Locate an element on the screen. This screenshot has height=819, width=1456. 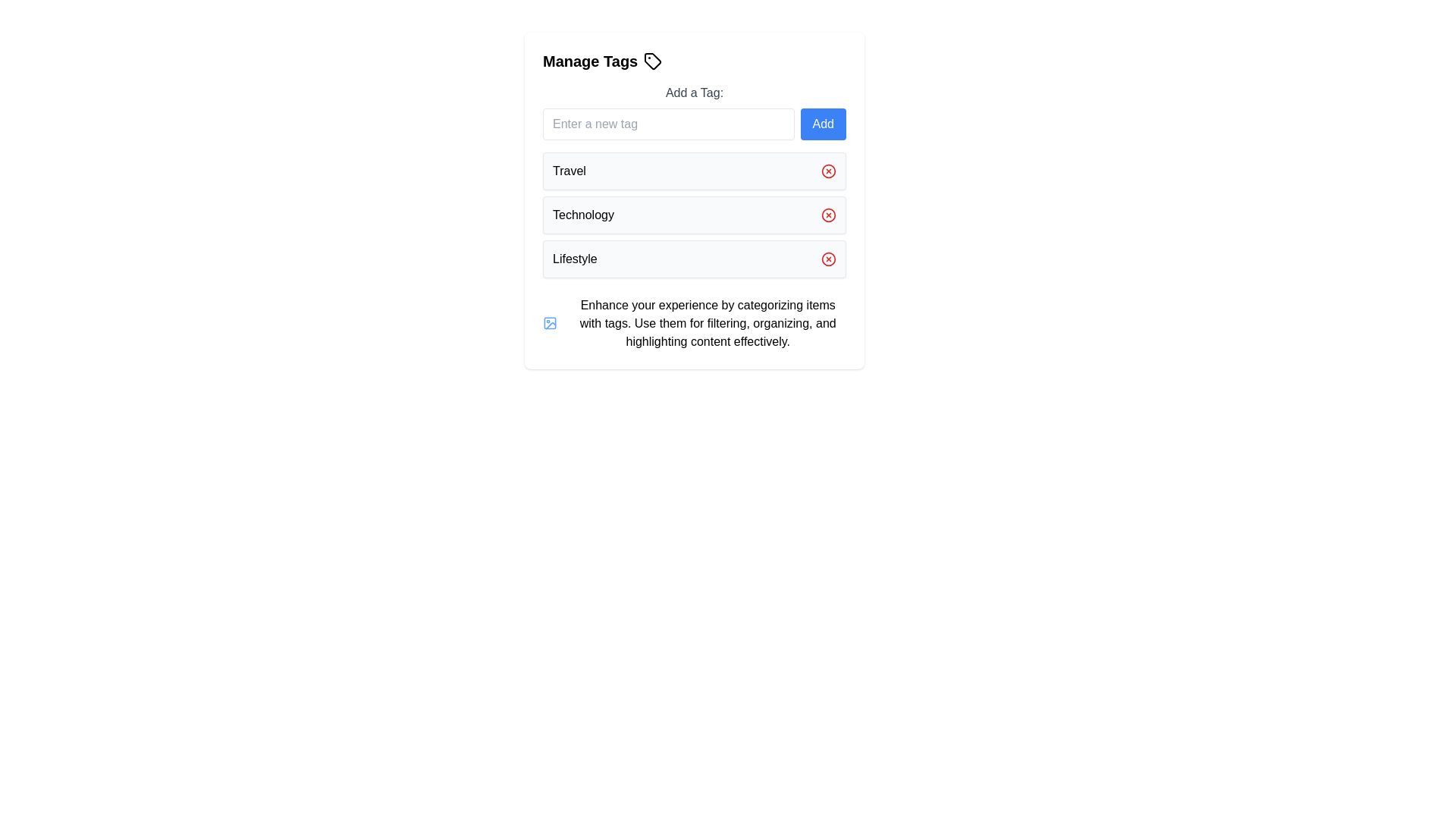
the tagging icon located in the top-right area of the interface, near the title section labeled 'Manage Tags' is located at coordinates (653, 61).